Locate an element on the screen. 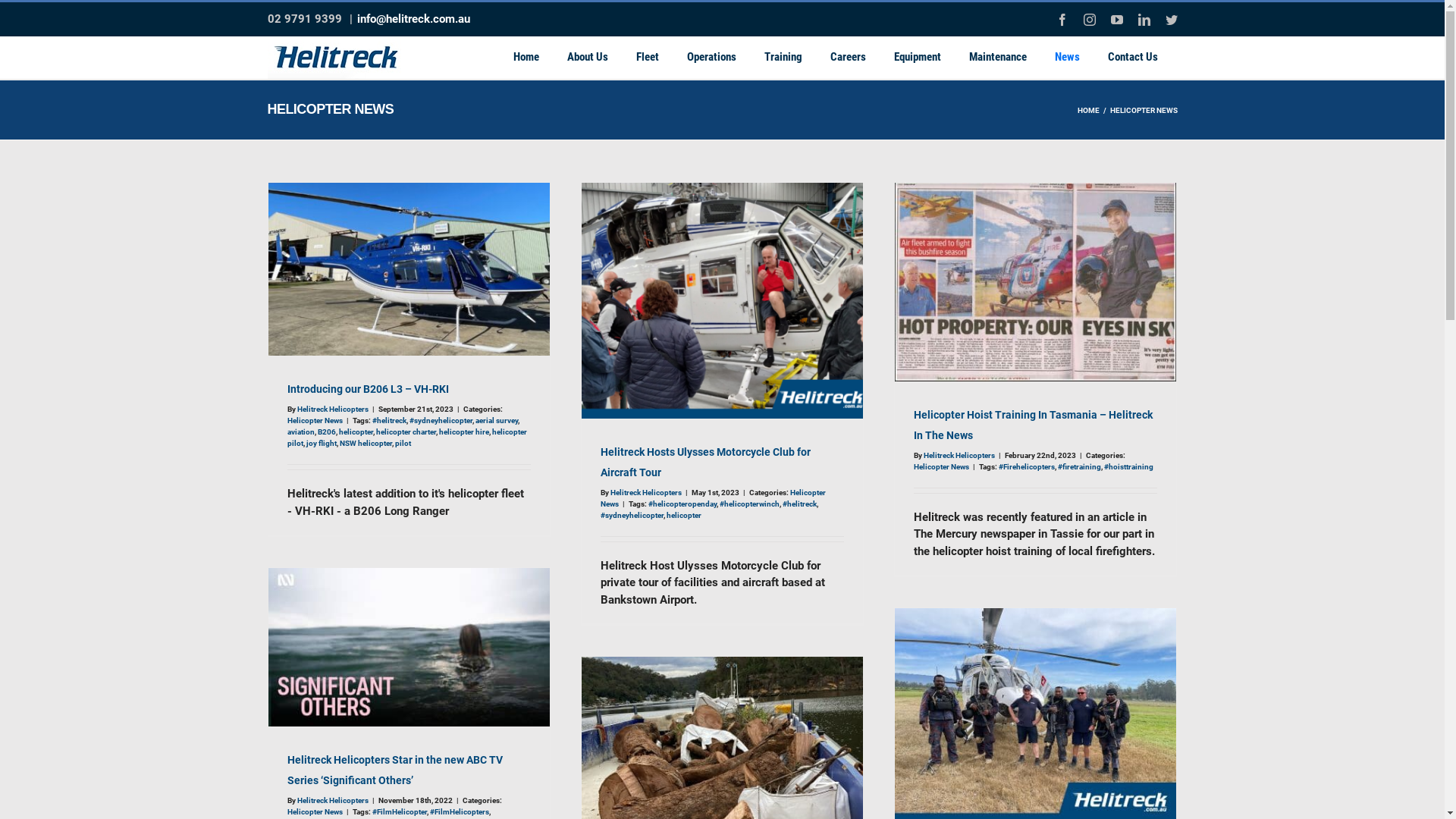  '#helicopteropenday' is located at coordinates (648, 504).